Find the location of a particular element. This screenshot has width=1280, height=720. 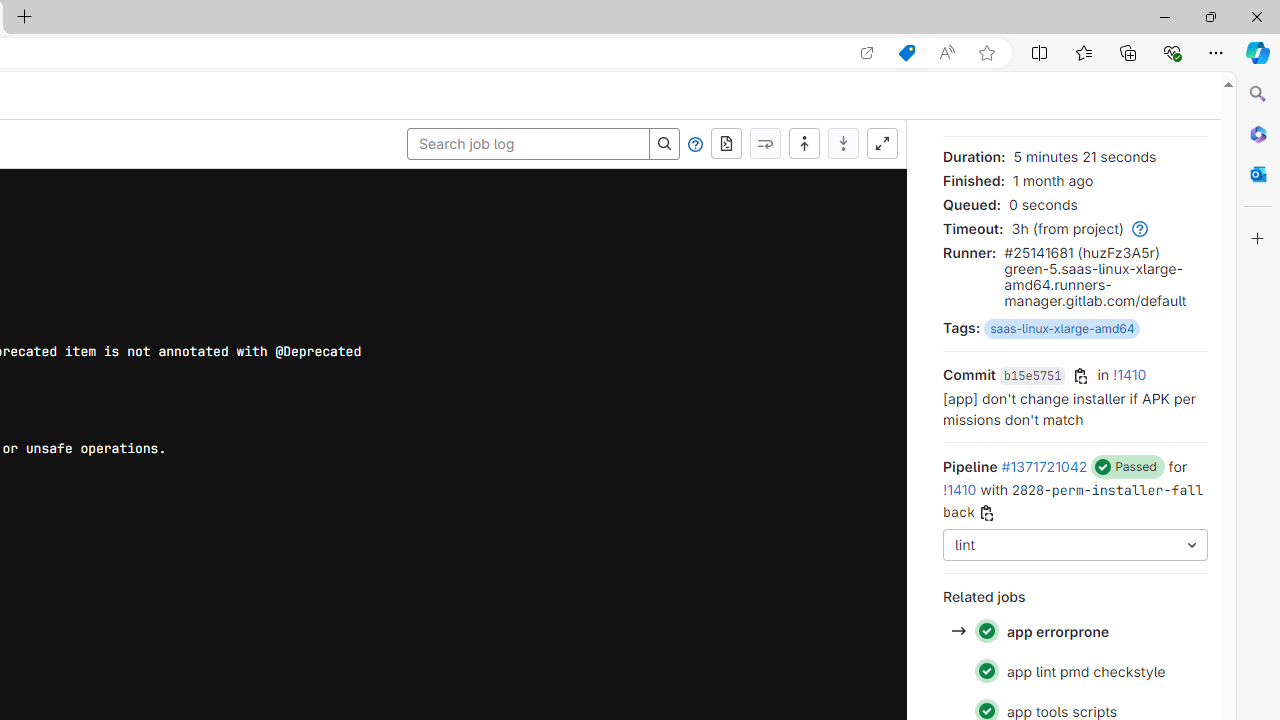

'b15e5751' is located at coordinates (1032, 376).